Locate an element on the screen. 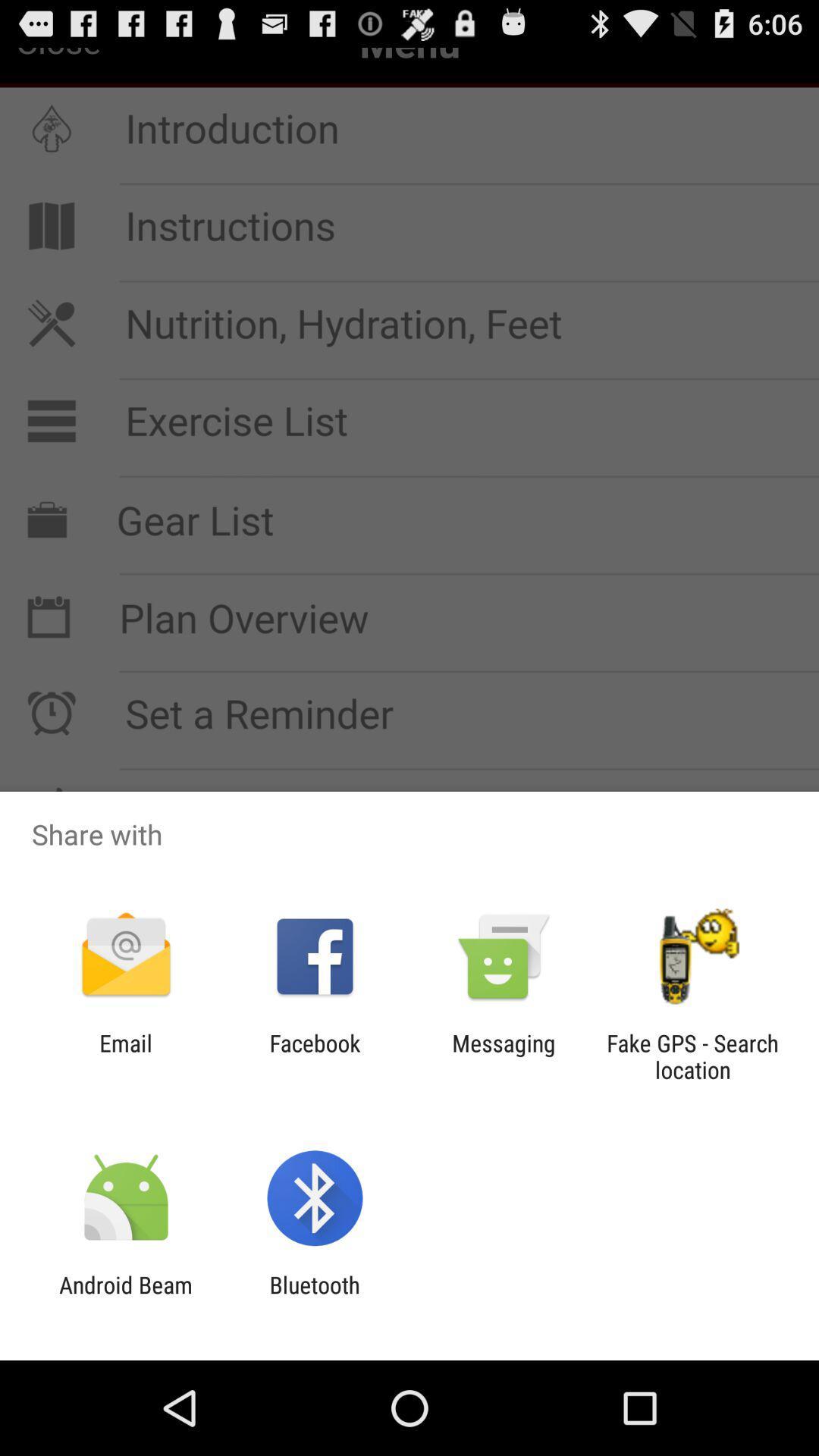 This screenshot has width=819, height=1456. the app to the left of bluetooth icon is located at coordinates (125, 1298).